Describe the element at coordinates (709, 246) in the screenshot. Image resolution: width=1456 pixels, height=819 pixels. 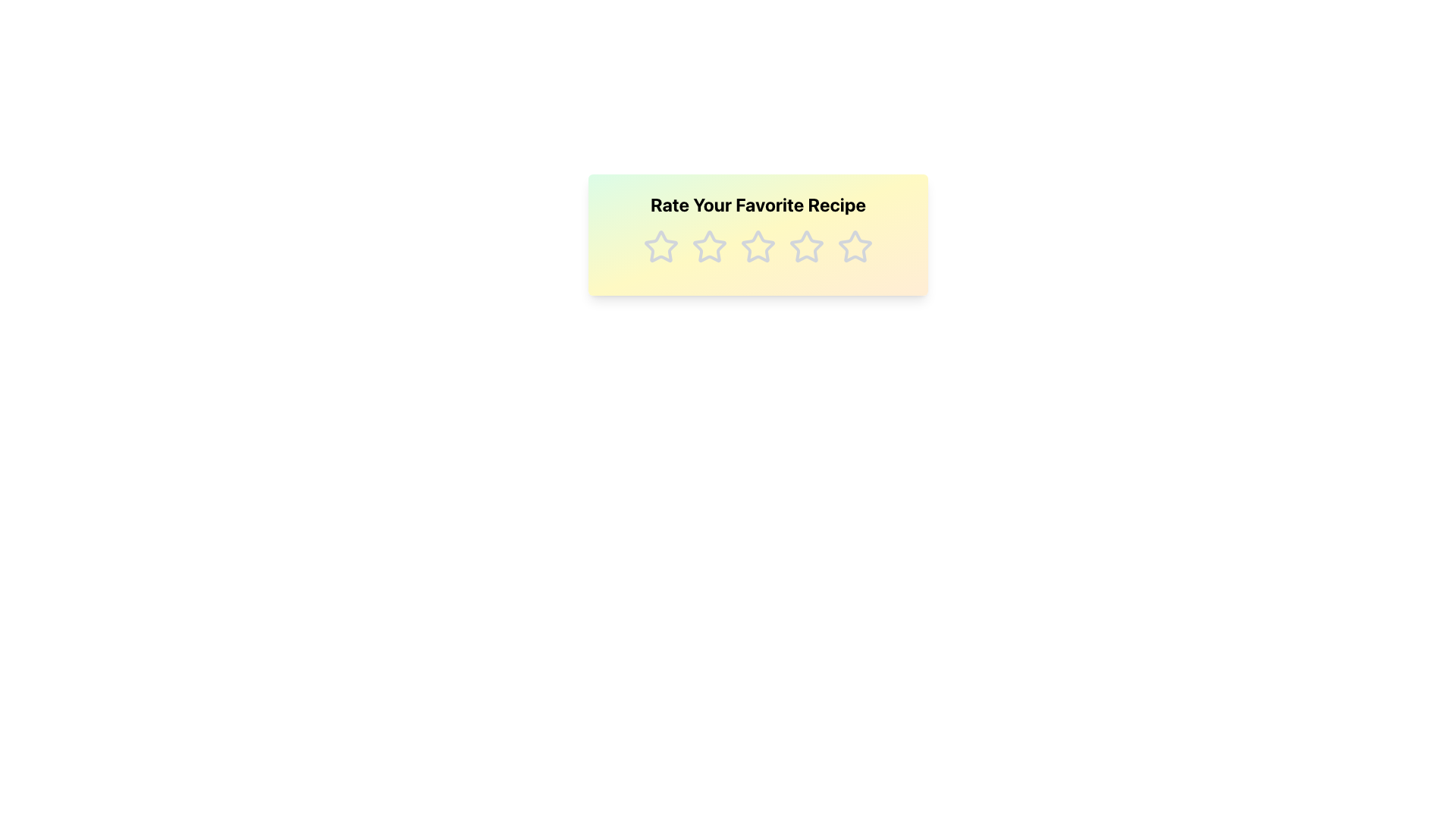
I see `the second star icon in the rating component, which is styled in neutral gray and located below the text 'Rate Your Favorite Recipe'` at that location.